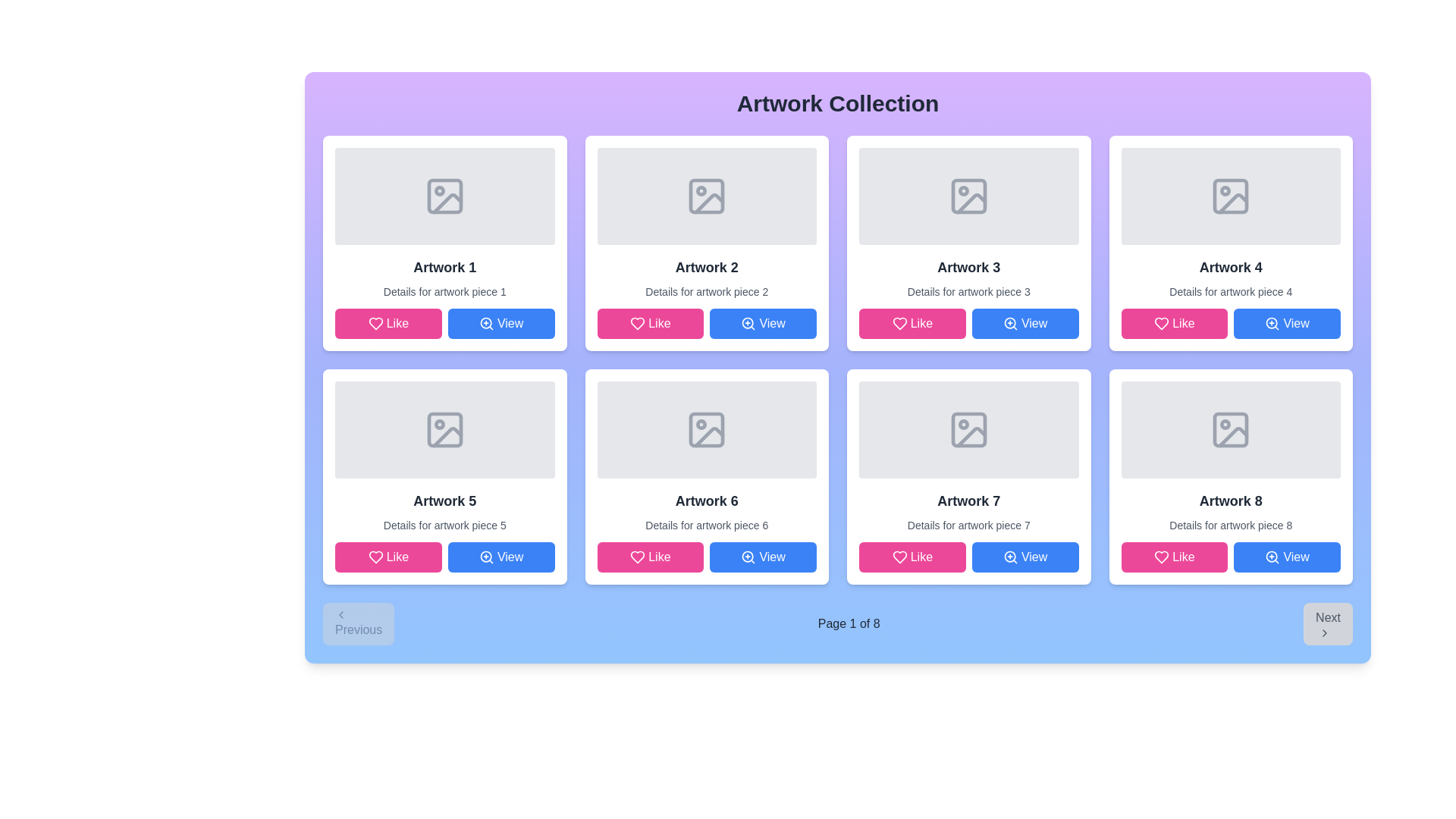  I want to click on the text label displaying 'Details for artwork piece 4', which is positioned below the title 'Artwork 4' and above the action buttons in the fourth card of a 4-column grid layout, so click(1231, 292).